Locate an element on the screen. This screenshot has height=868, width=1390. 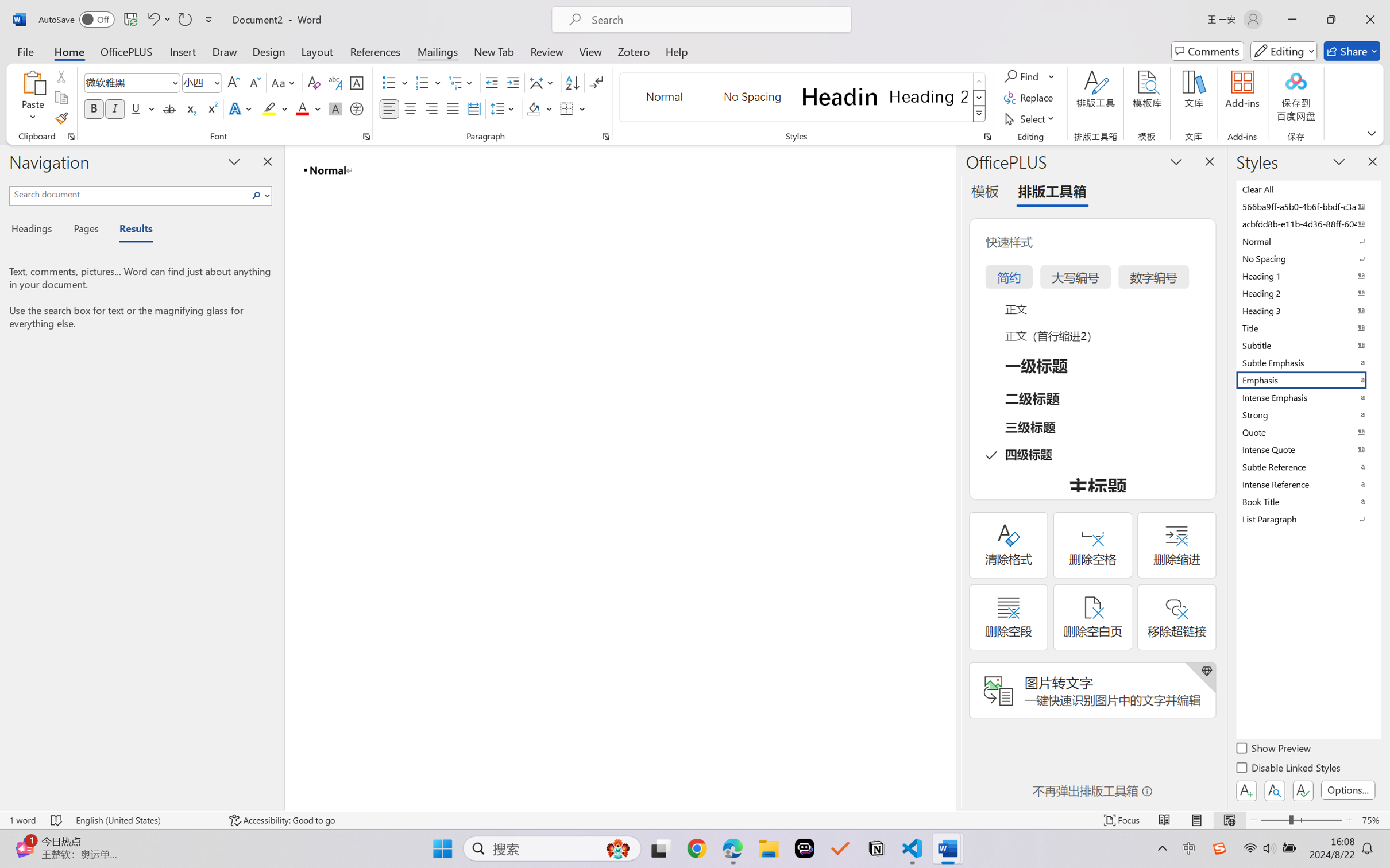
'Book Title' is located at coordinates (1307, 501).